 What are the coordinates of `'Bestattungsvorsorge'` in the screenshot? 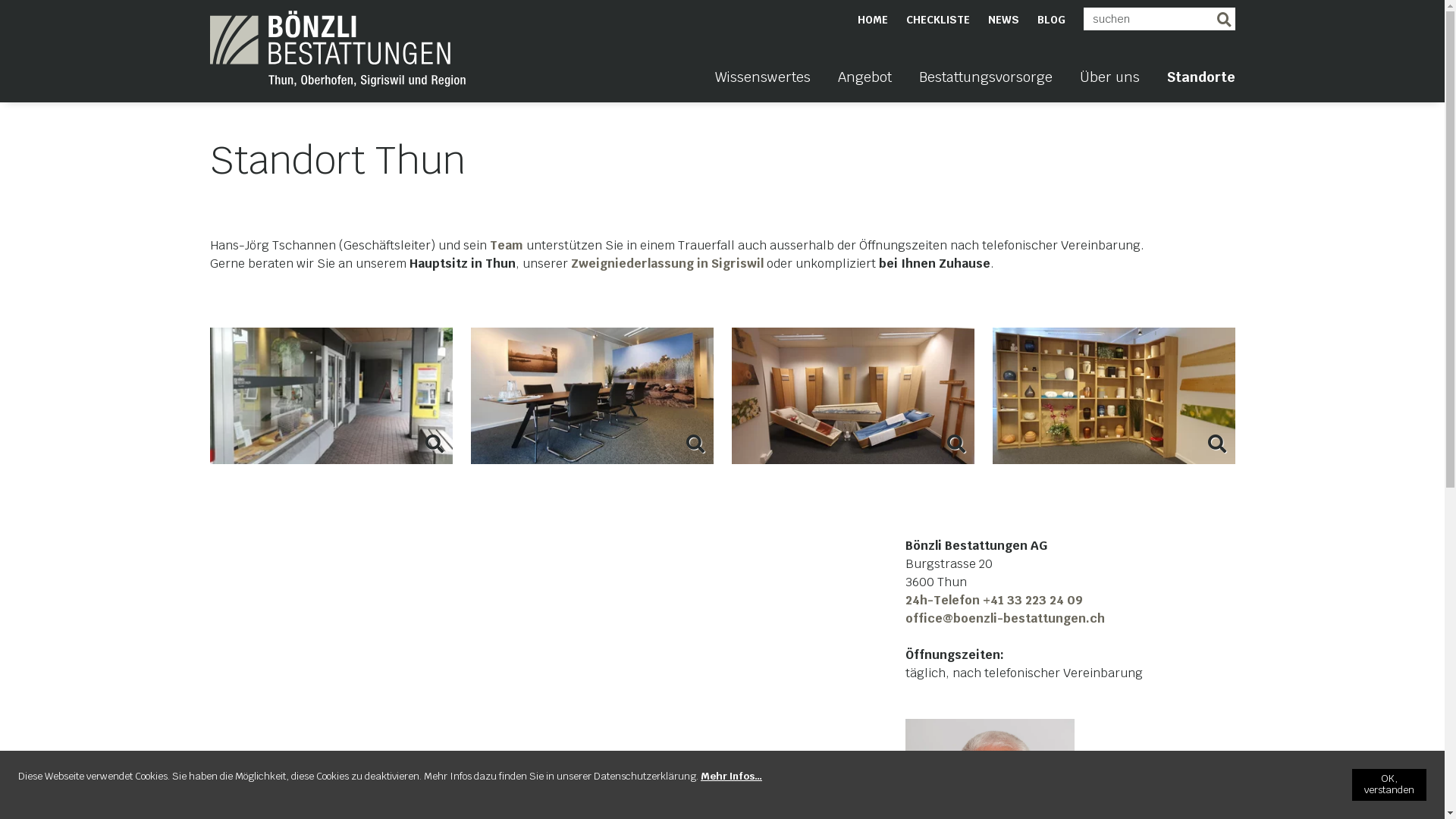 It's located at (986, 85).